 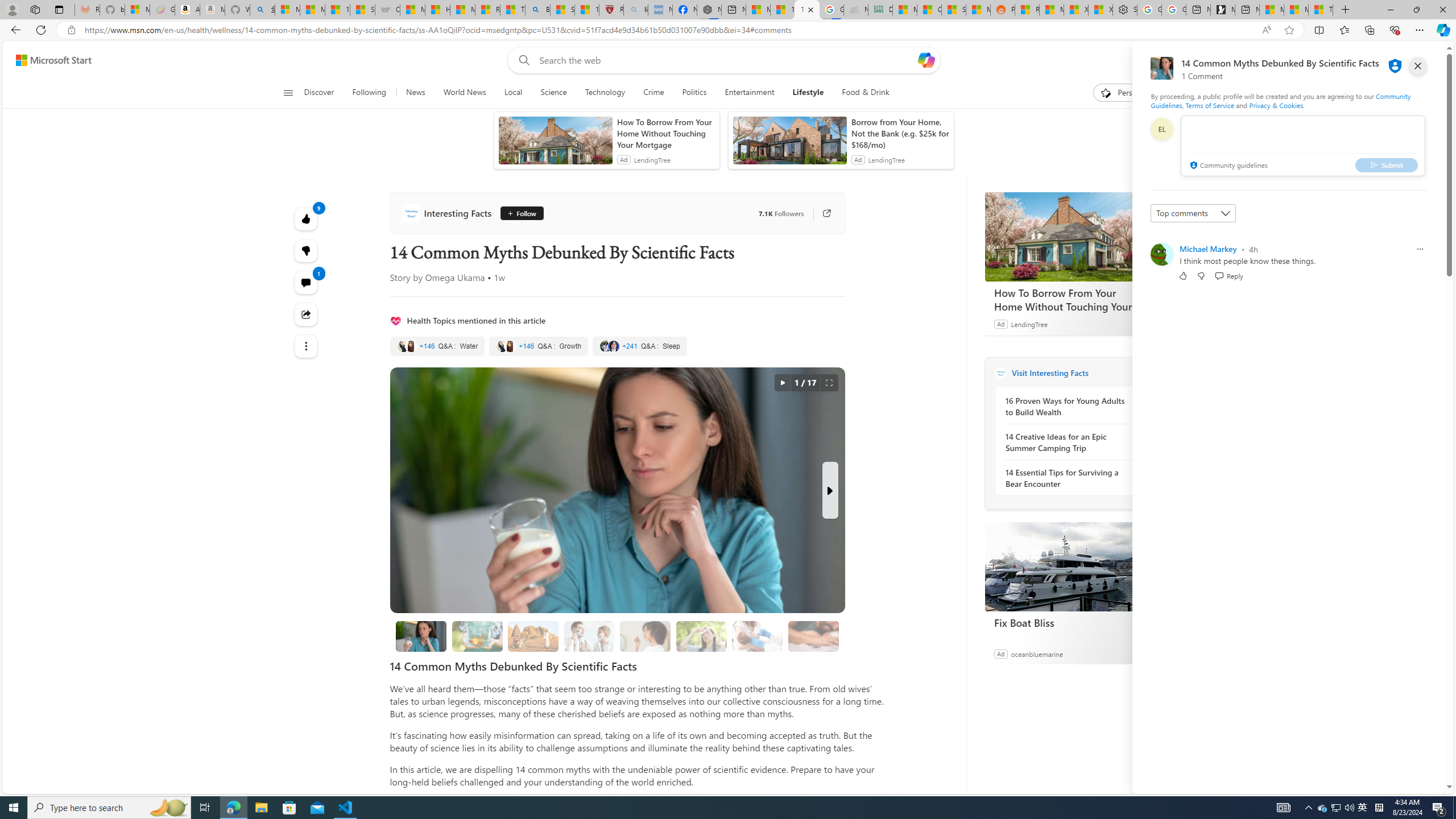 I want to click on 'Profile Picture', so click(x=1161, y=254).